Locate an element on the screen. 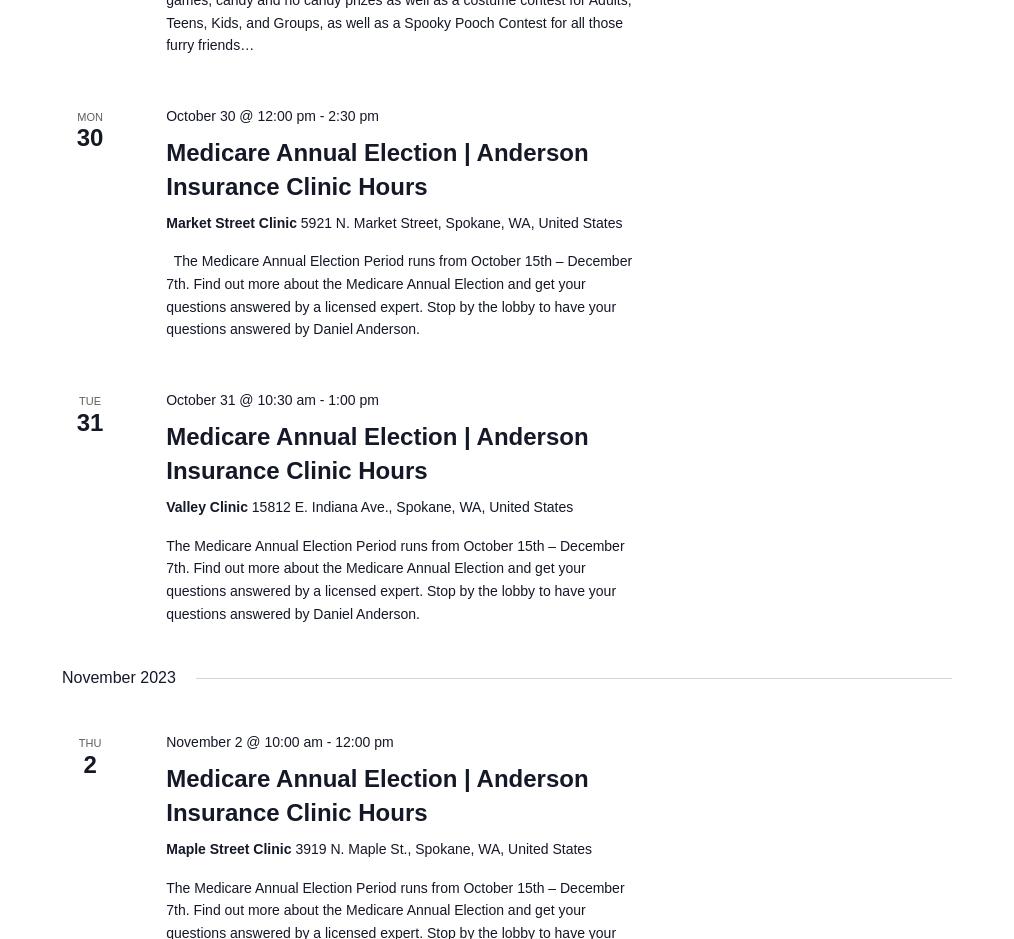 The image size is (1014, 939). '15812 E. Indiana Ave., Spokane, WA, United States' is located at coordinates (410, 506).